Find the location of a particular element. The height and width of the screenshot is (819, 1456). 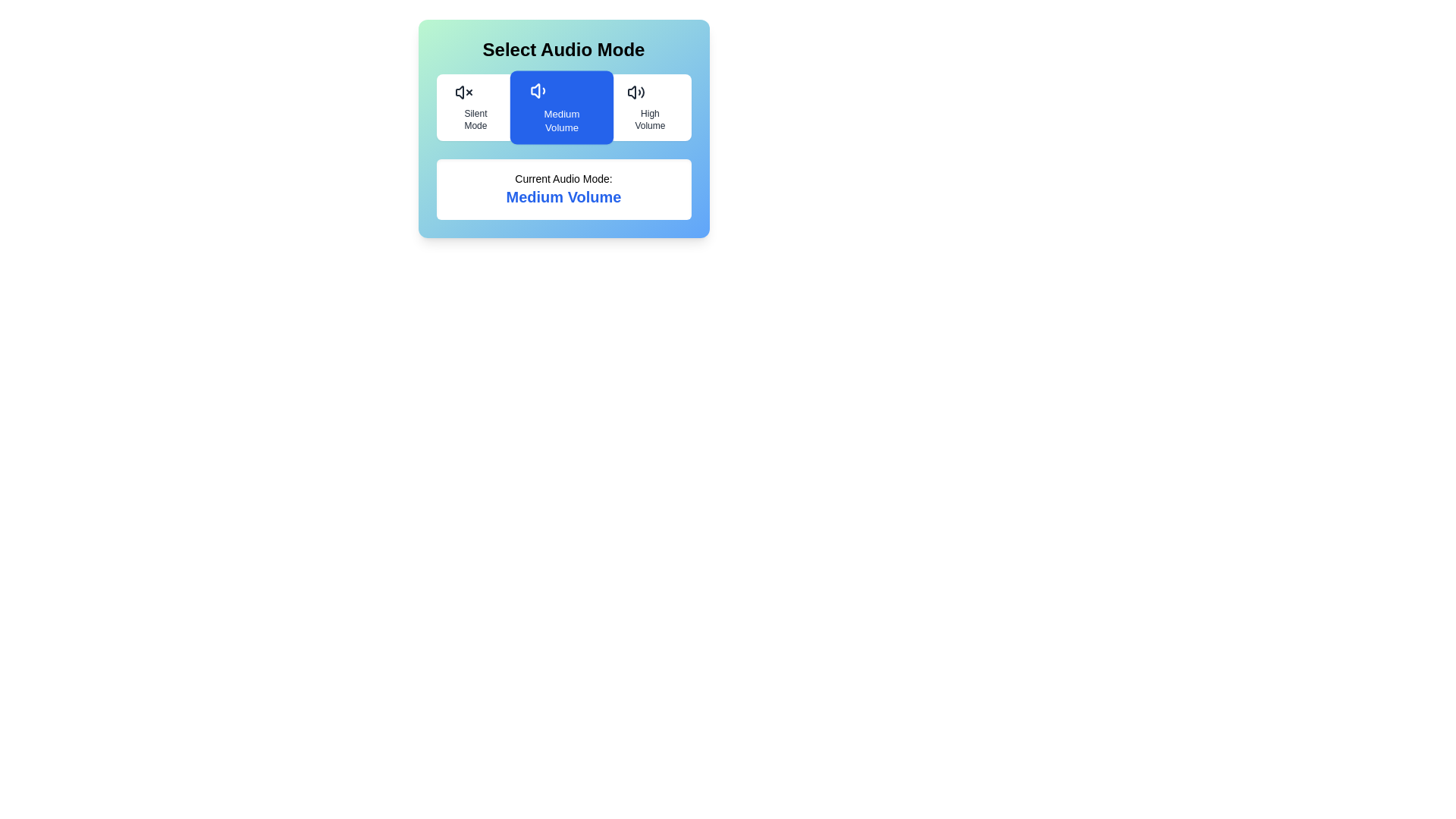

the audio mode by clicking on the button corresponding to High Volume is located at coordinates (650, 107).